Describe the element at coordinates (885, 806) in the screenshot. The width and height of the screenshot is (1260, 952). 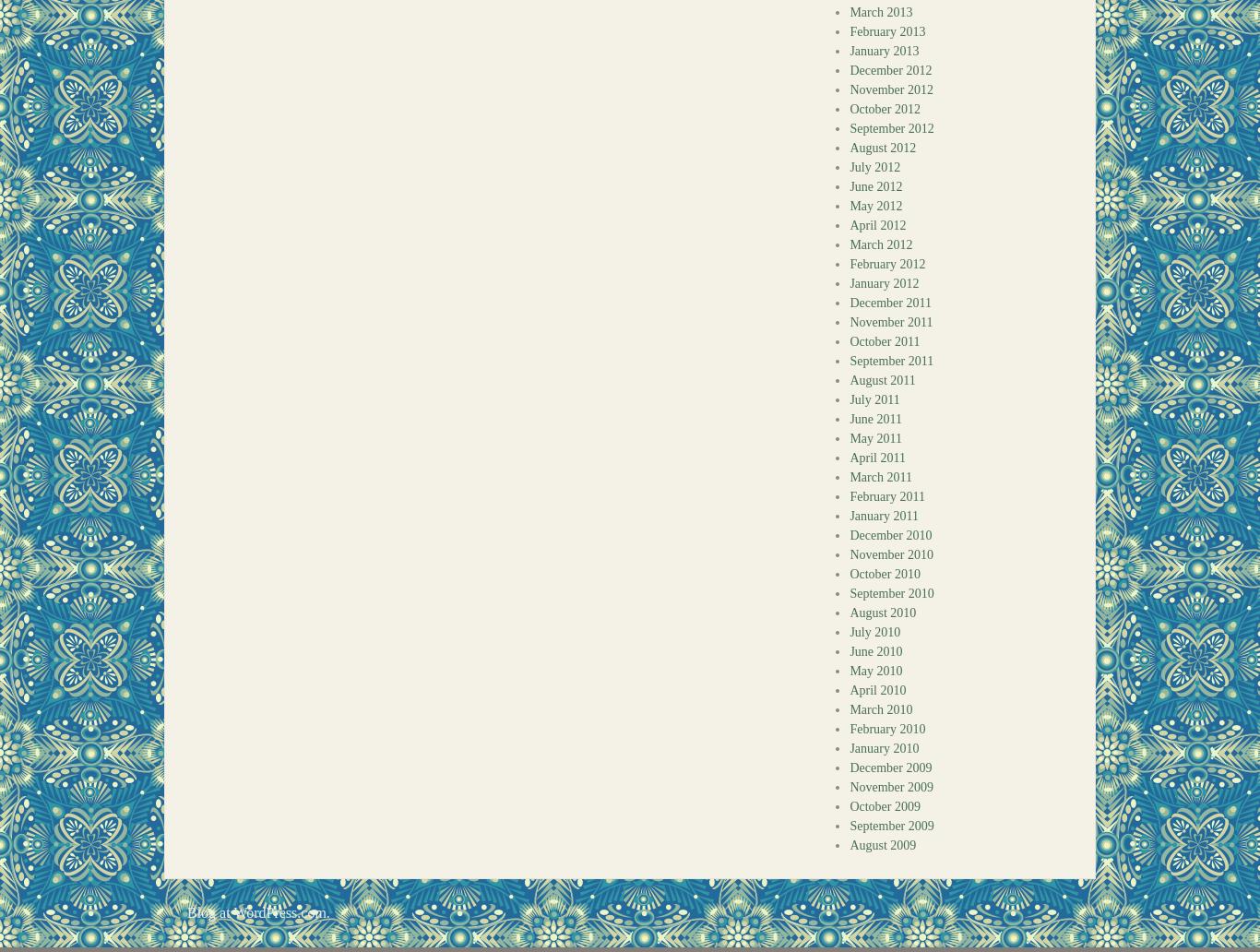
I see `'October 2009'` at that location.